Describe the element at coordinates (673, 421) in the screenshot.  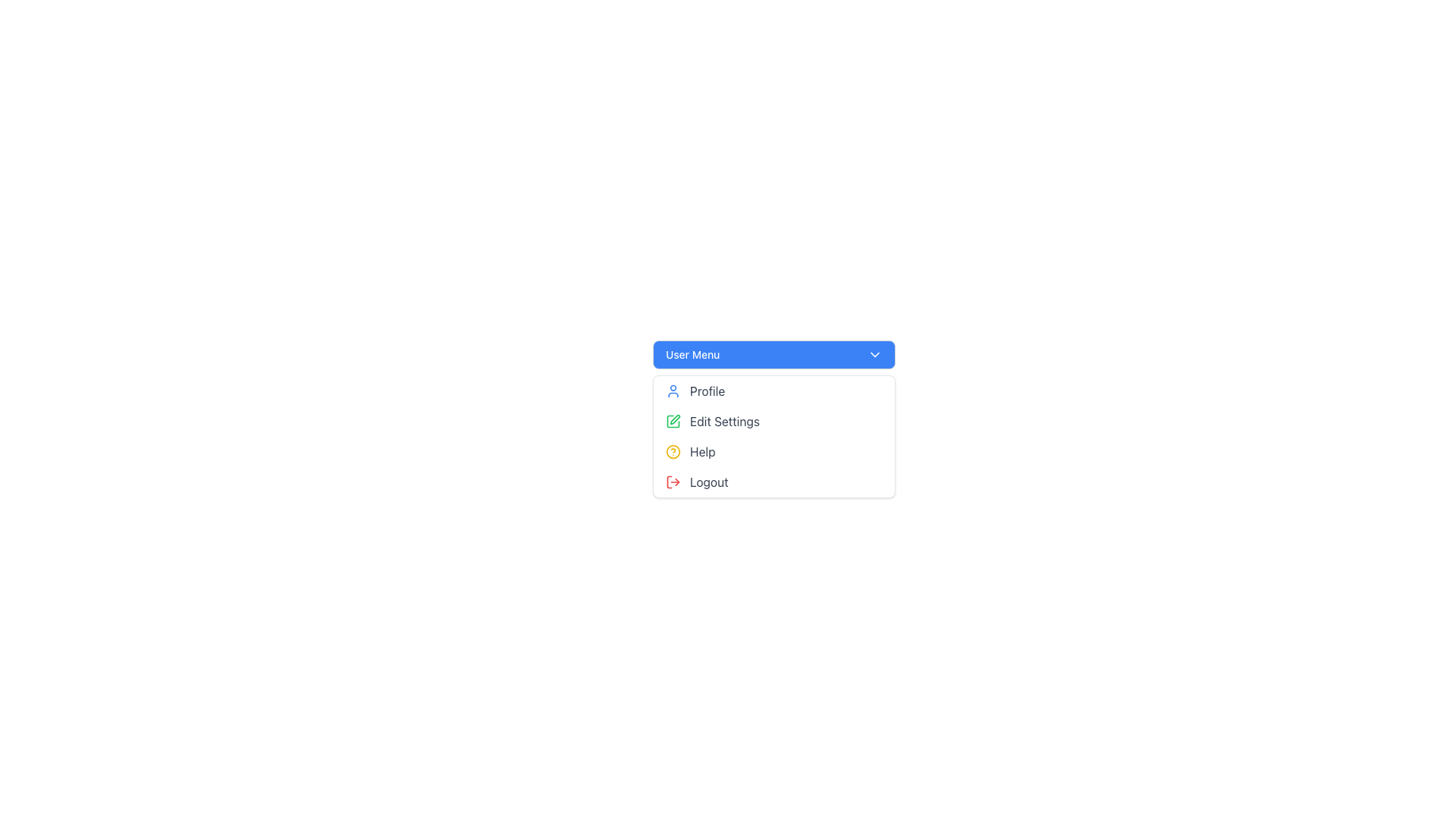
I see `the green pen or edit icon located` at that location.